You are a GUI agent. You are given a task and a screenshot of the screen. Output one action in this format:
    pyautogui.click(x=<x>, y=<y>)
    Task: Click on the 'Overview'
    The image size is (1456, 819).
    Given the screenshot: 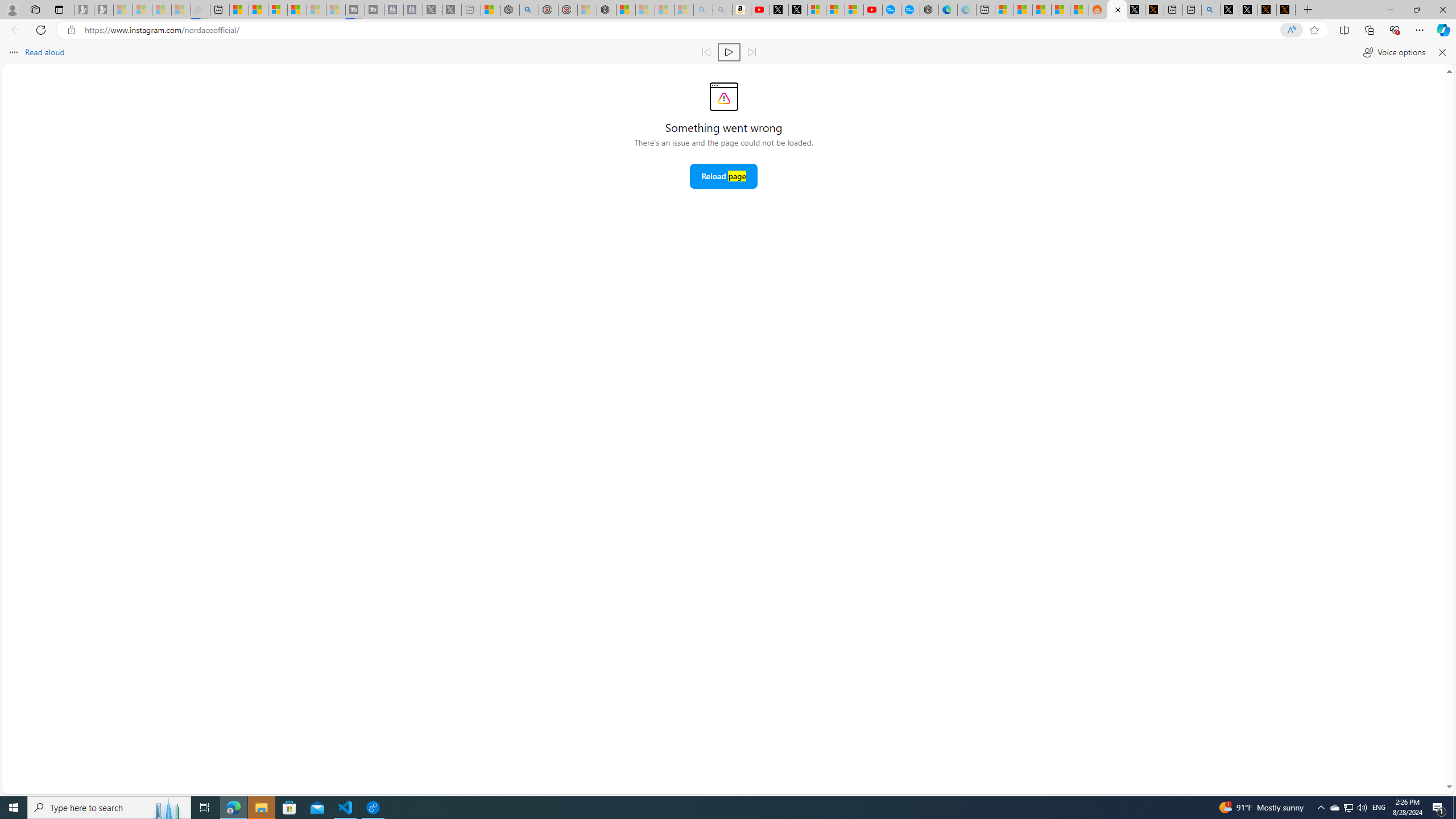 What is the action you would take?
    pyautogui.click(x=278, y=9)
    